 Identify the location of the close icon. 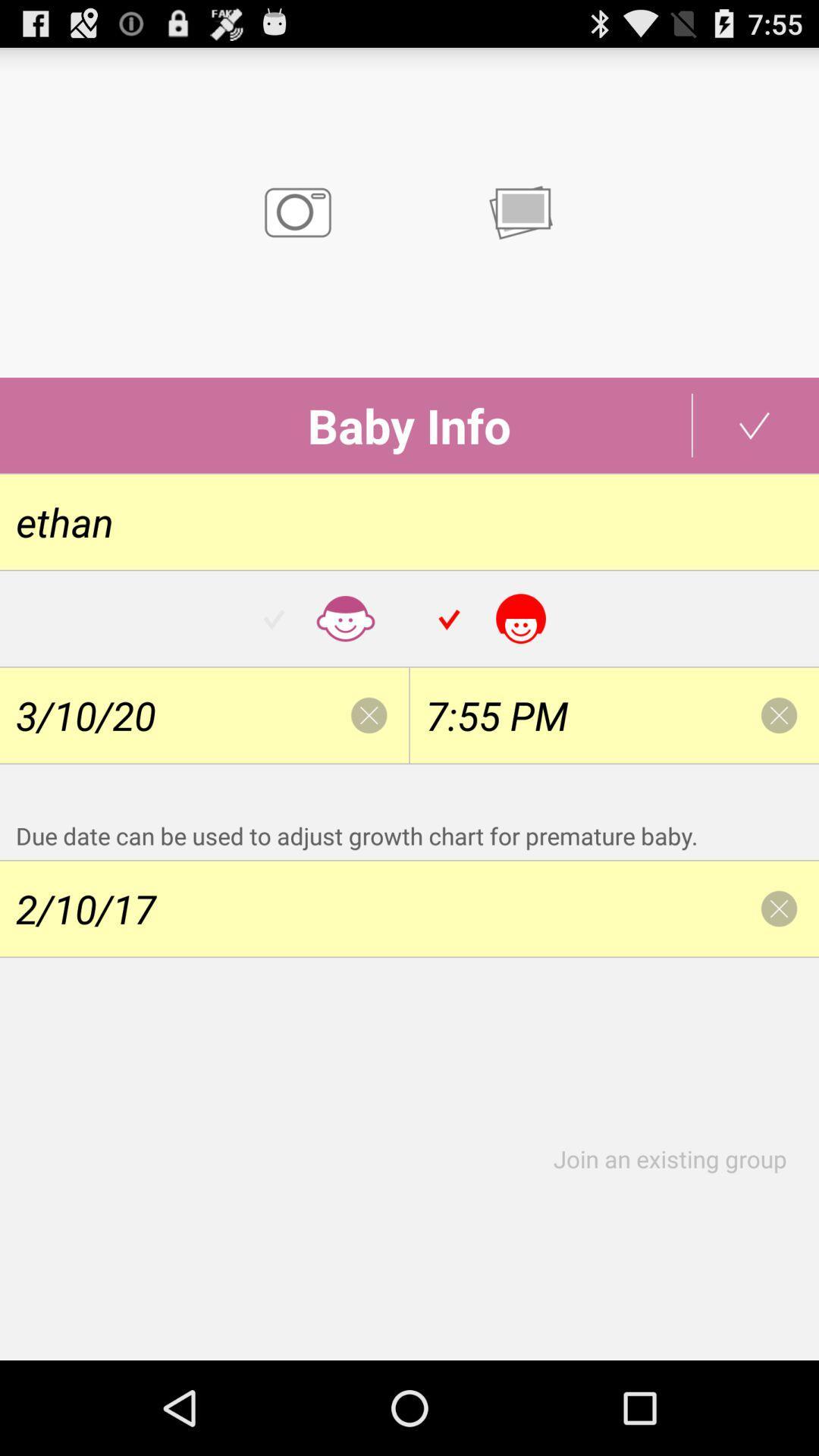
(369, 765).